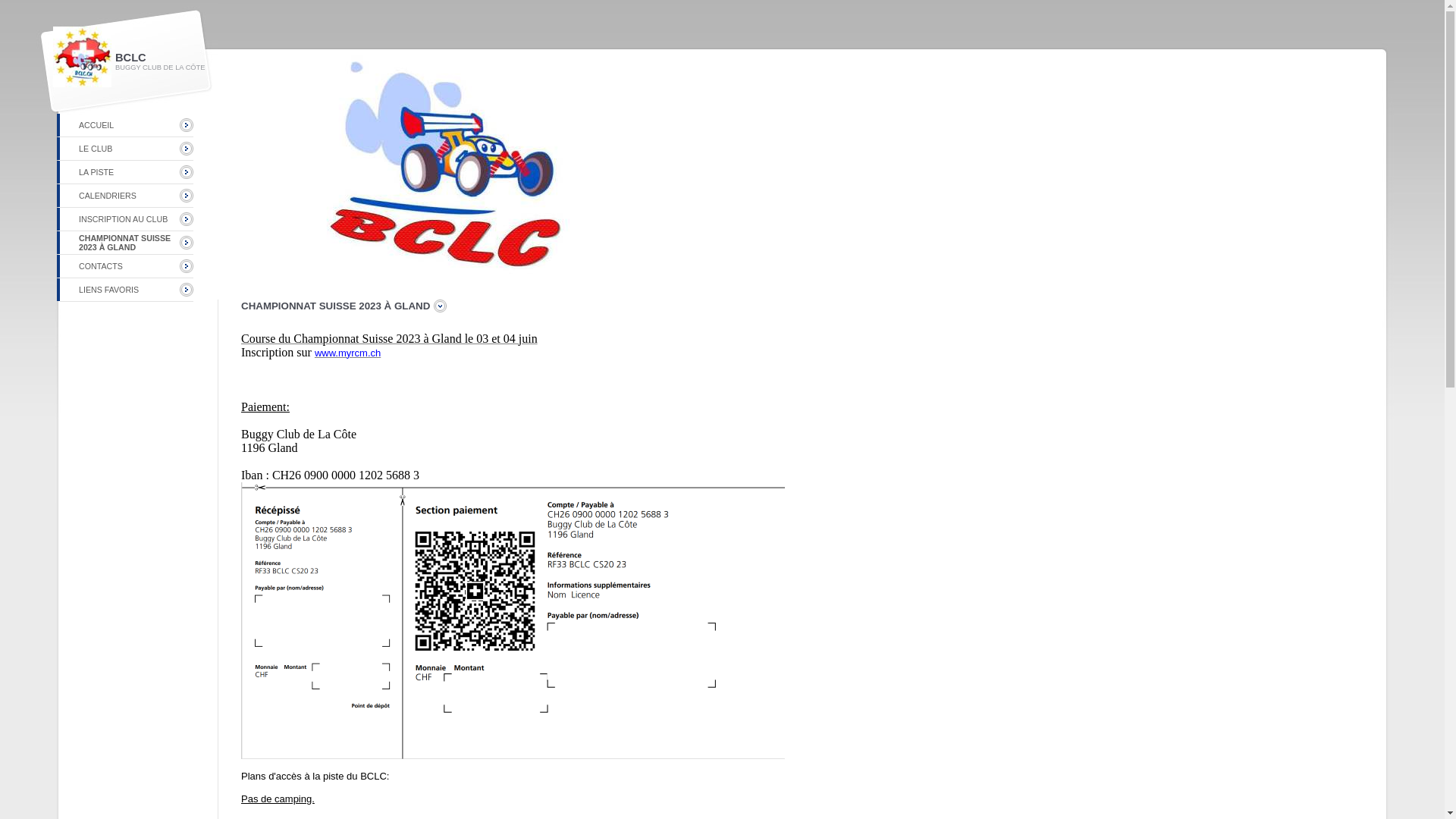 The image size is (1456, 819). I want to click on 'ACCUEIL', so click(78, 124).